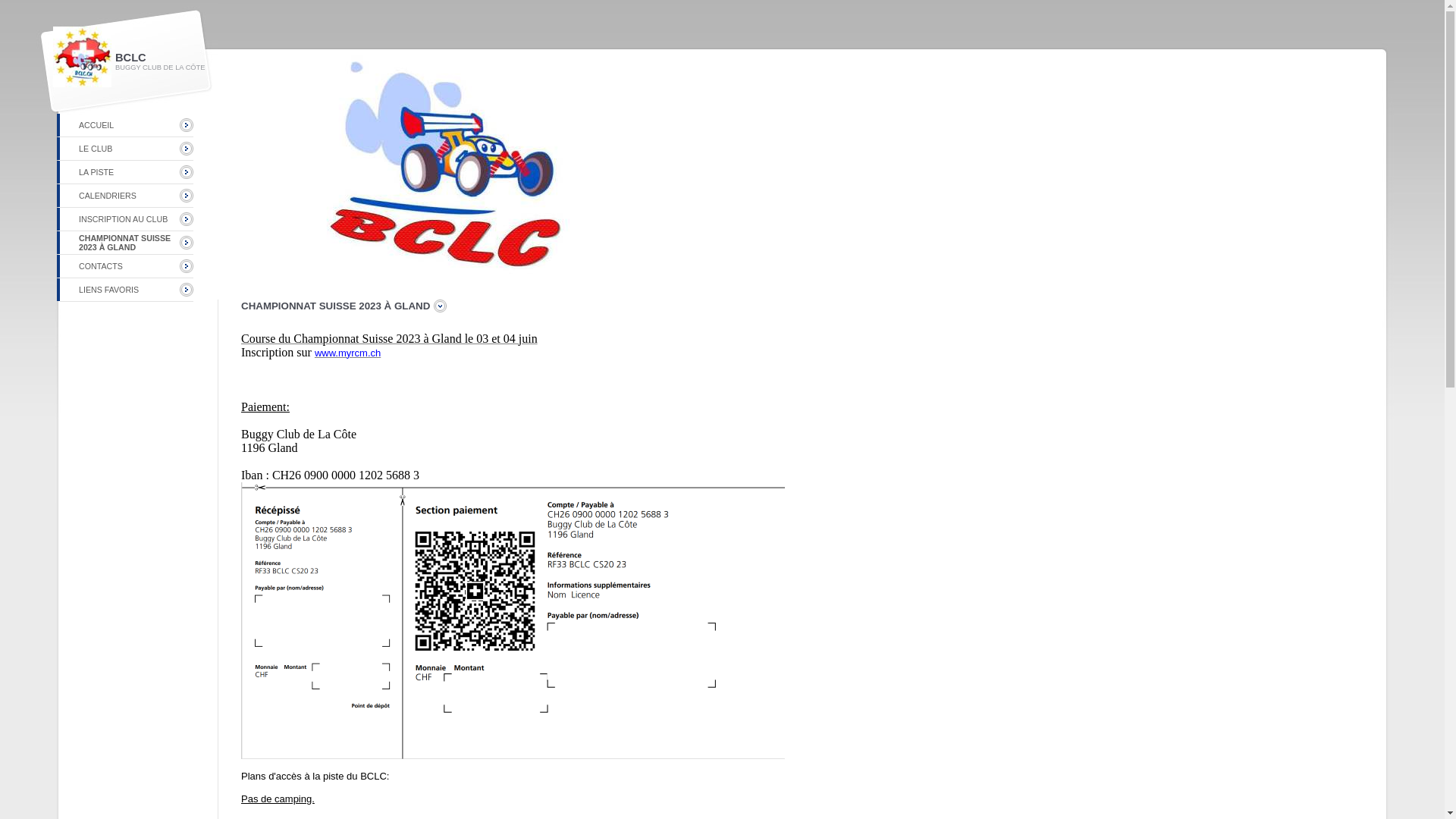 The image size is (1456, 819). I want to click on 'ACCUEIL', so click(78, 124).